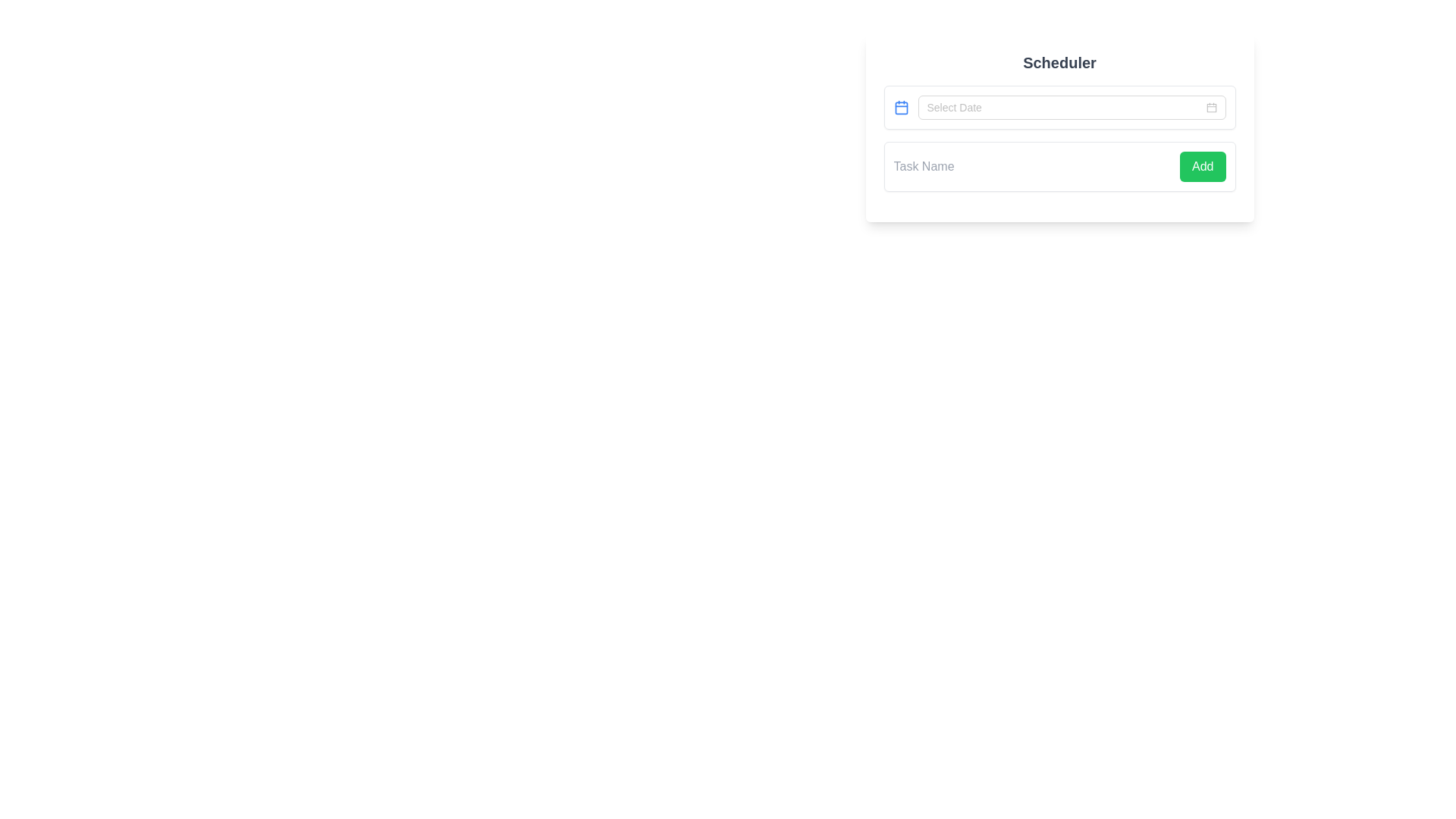 Image resolution: width=1456 pixels, height=819 pixels. Describe the element at coordinates (1210, 107) in the screenshot. I see `the small calendar icon adjacent to the 'Select Date' input field` at that location.